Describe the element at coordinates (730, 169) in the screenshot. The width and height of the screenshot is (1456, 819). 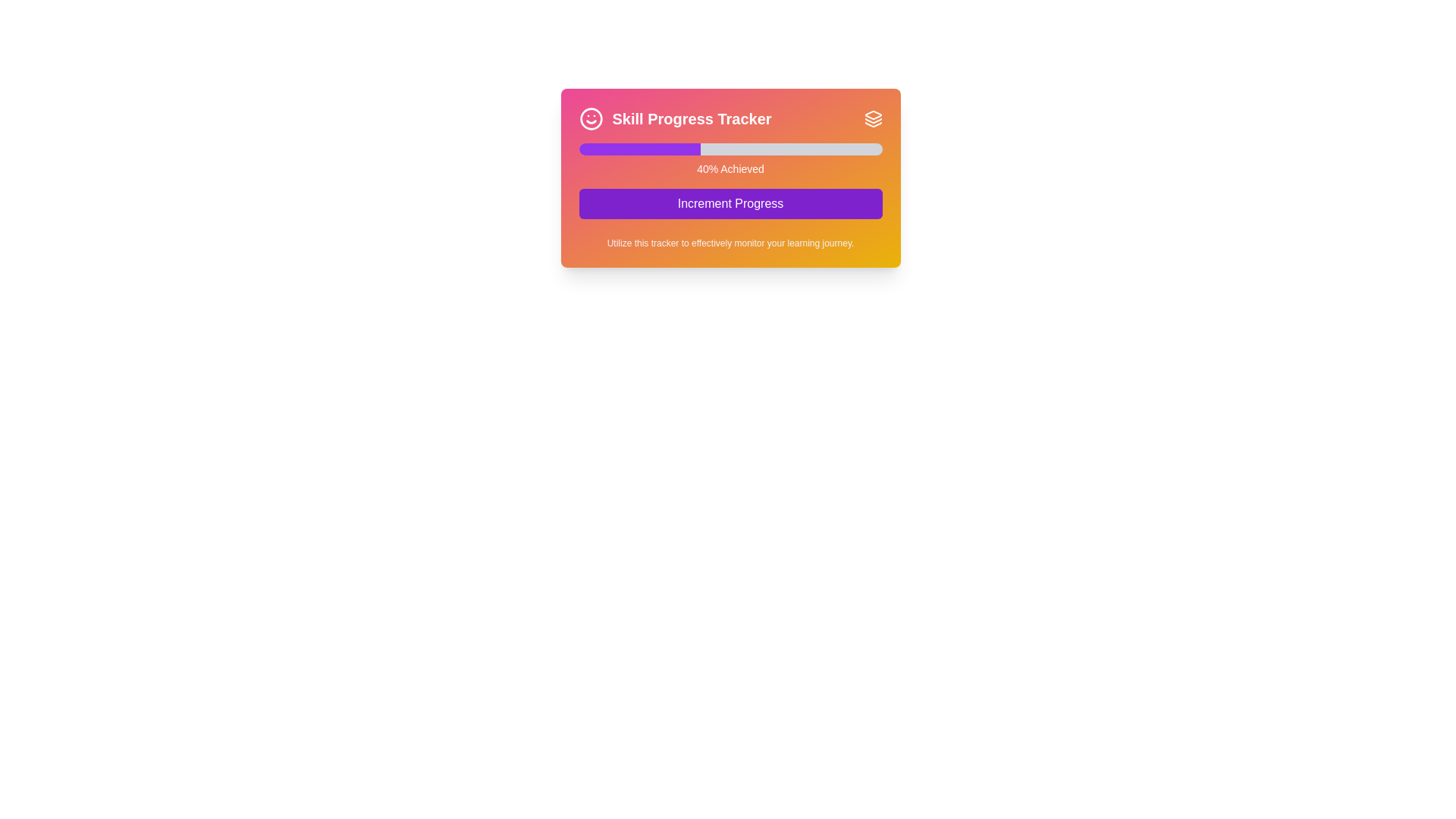
I see `the Label displaying '40% Achieved' which is located beneath the progress bar and above the 'Increment Progress' button in the Skill Progress Tracker` at that location.